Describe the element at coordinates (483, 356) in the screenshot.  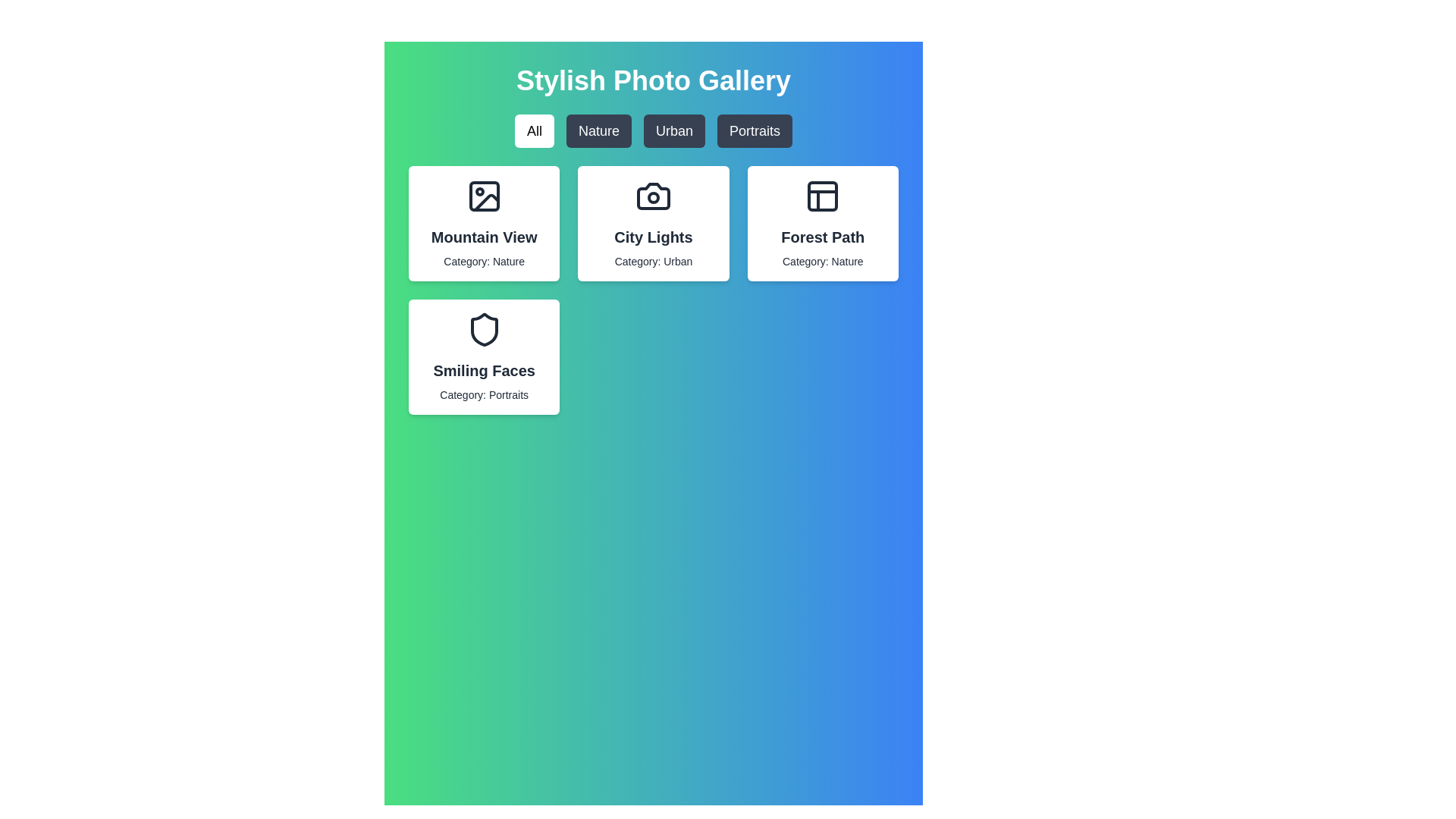
I see `the 'Smiling Faces' category card located at the bottom-left corner of the grid layout` at that location.